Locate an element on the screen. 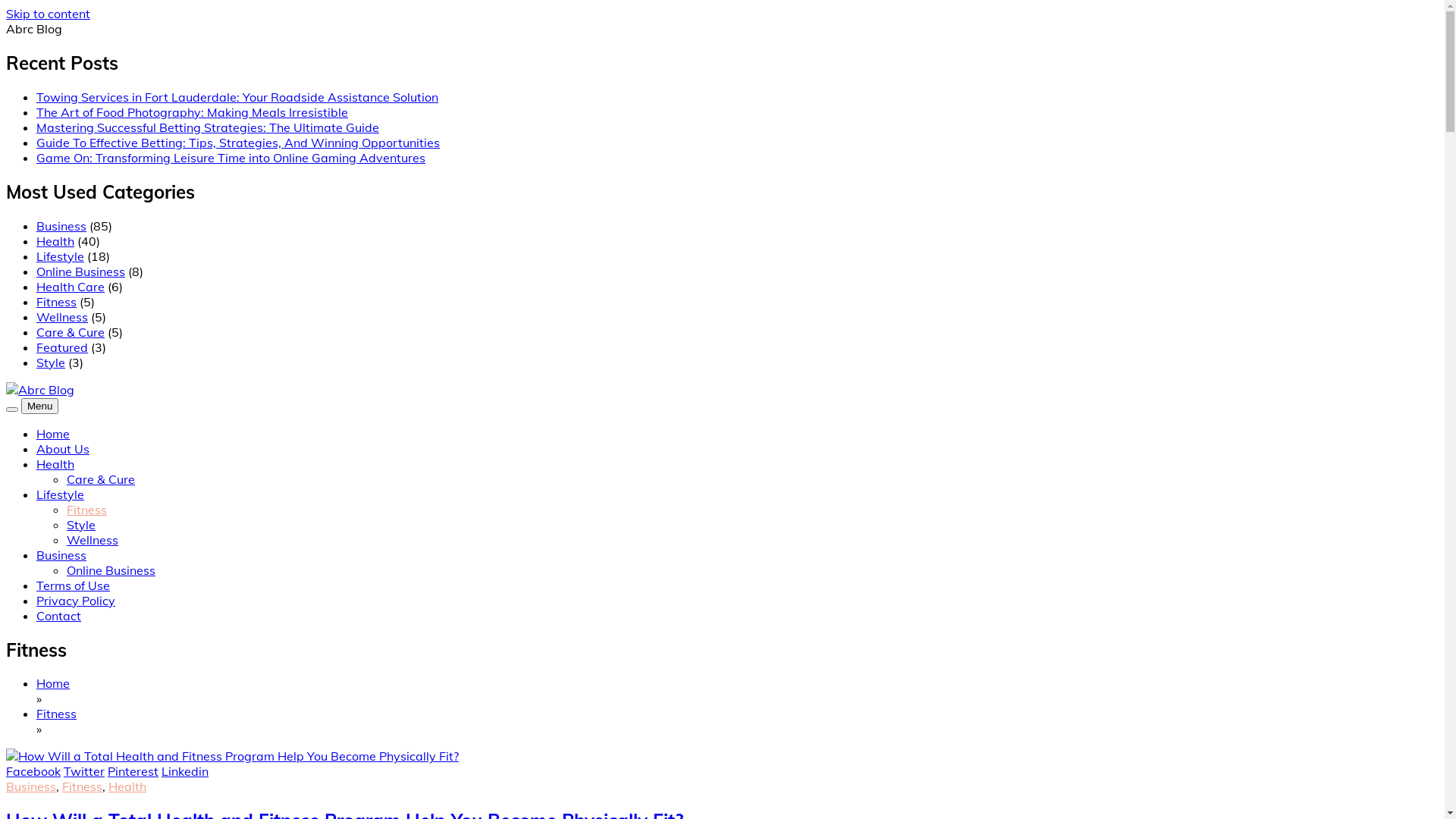  'Lifestyle' is located at coordinates (60, 494).